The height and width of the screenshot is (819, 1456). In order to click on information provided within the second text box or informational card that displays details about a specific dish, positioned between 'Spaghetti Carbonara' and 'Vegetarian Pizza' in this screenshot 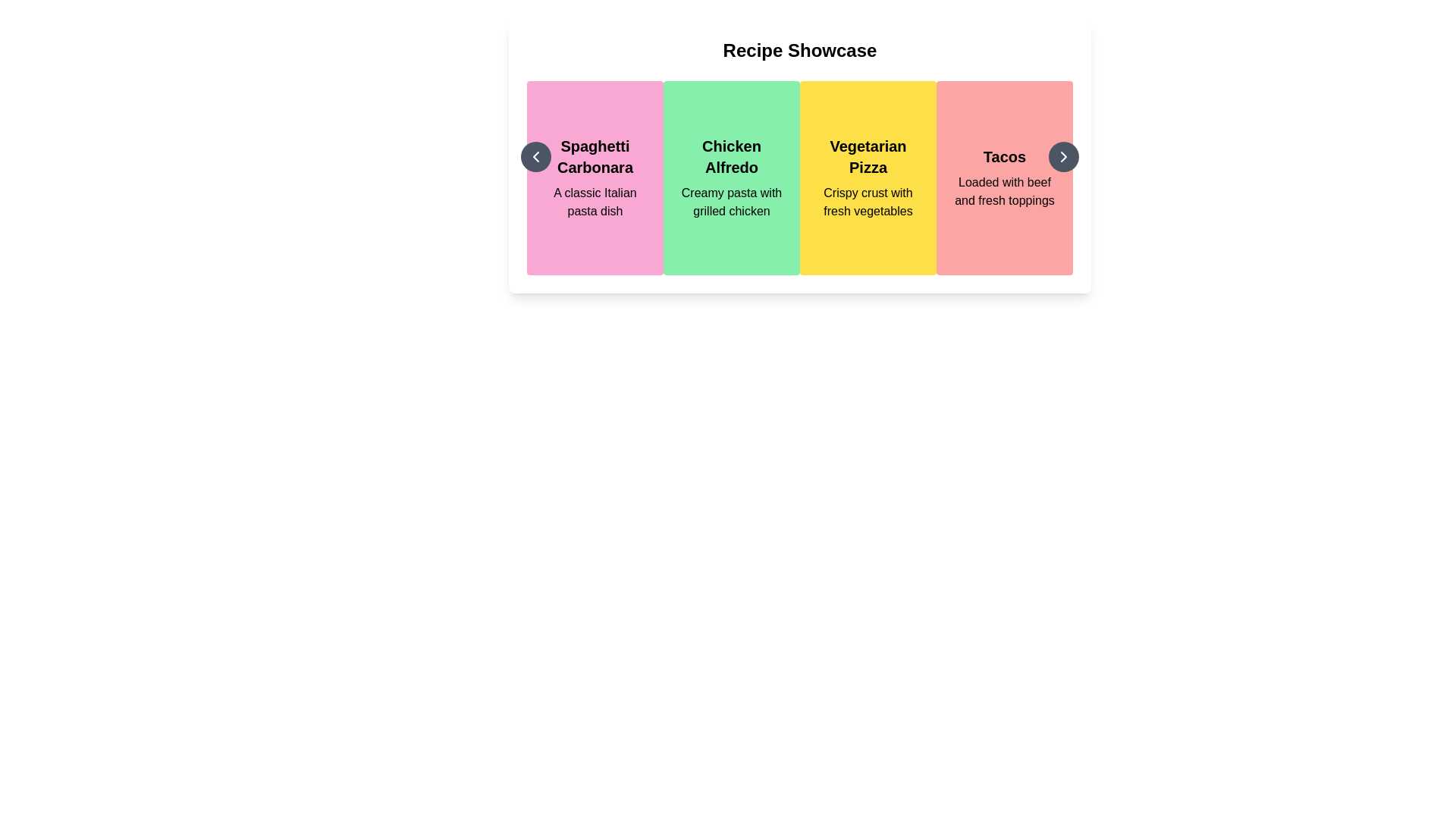, I will do `click(731, 177)`.